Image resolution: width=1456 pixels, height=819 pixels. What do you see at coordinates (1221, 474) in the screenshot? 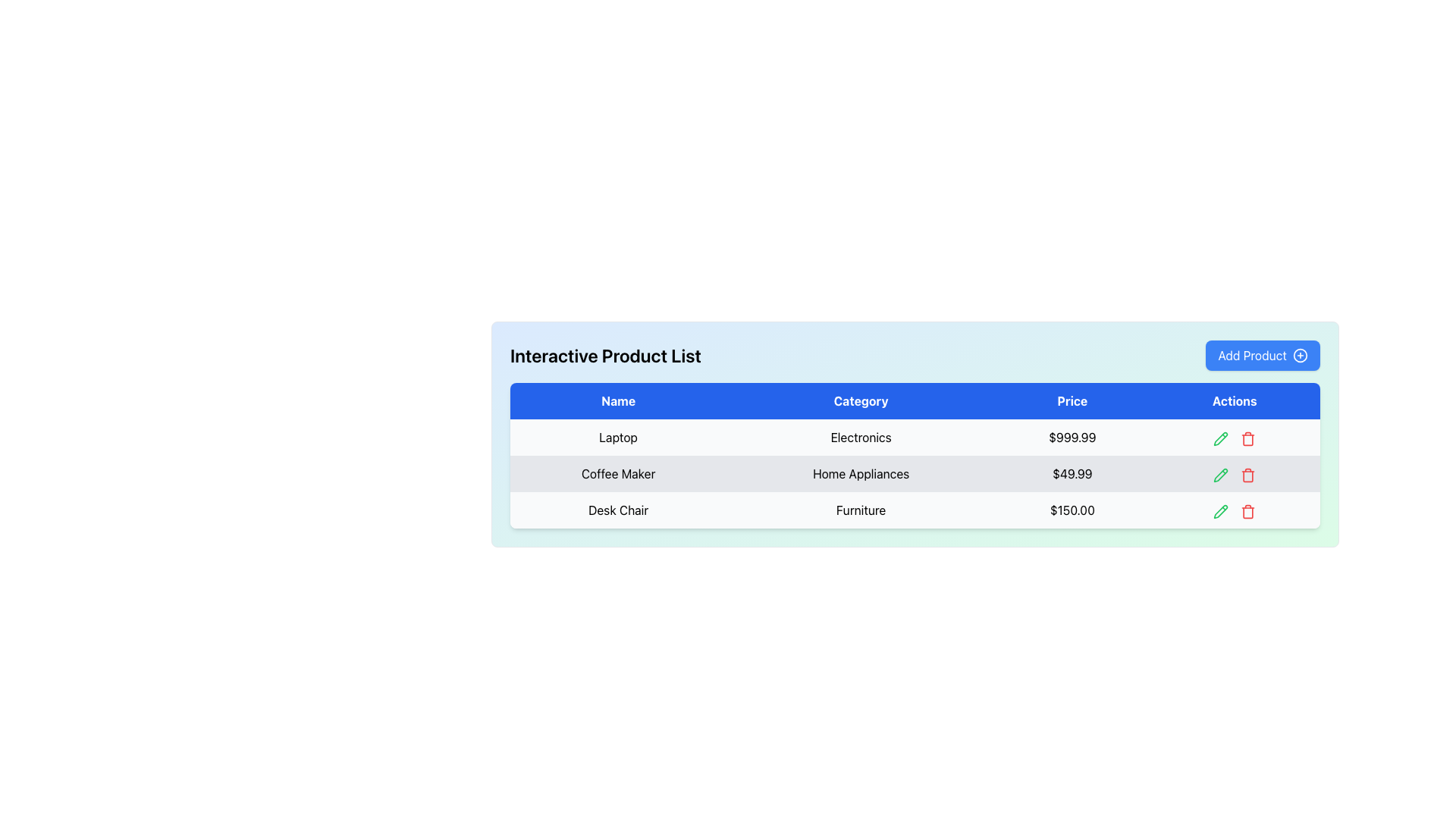
I see `the lower segment of the pencil icon, which is styled with a stroke color and located under the 'Actions' column for the 'Coffee Maker' product entry in the product list table` at bounding box center [1221, 474].